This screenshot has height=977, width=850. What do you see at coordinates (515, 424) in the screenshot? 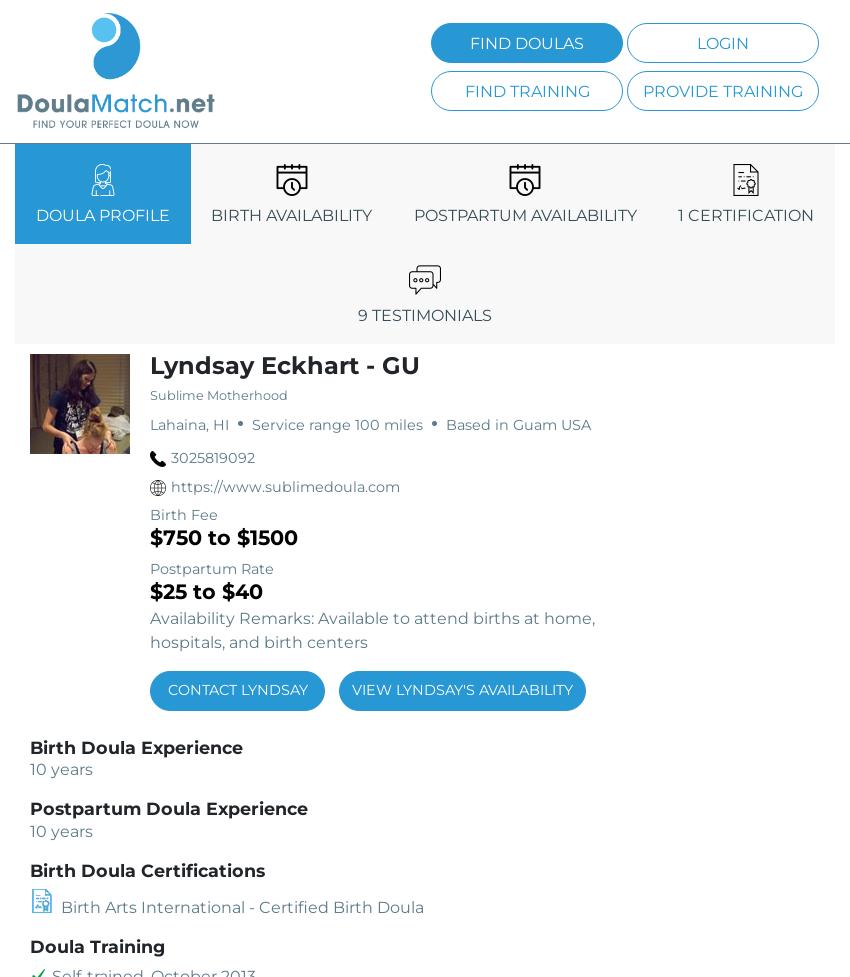
I see `'Based in Guam USA'` at bounding box center [515, 424].